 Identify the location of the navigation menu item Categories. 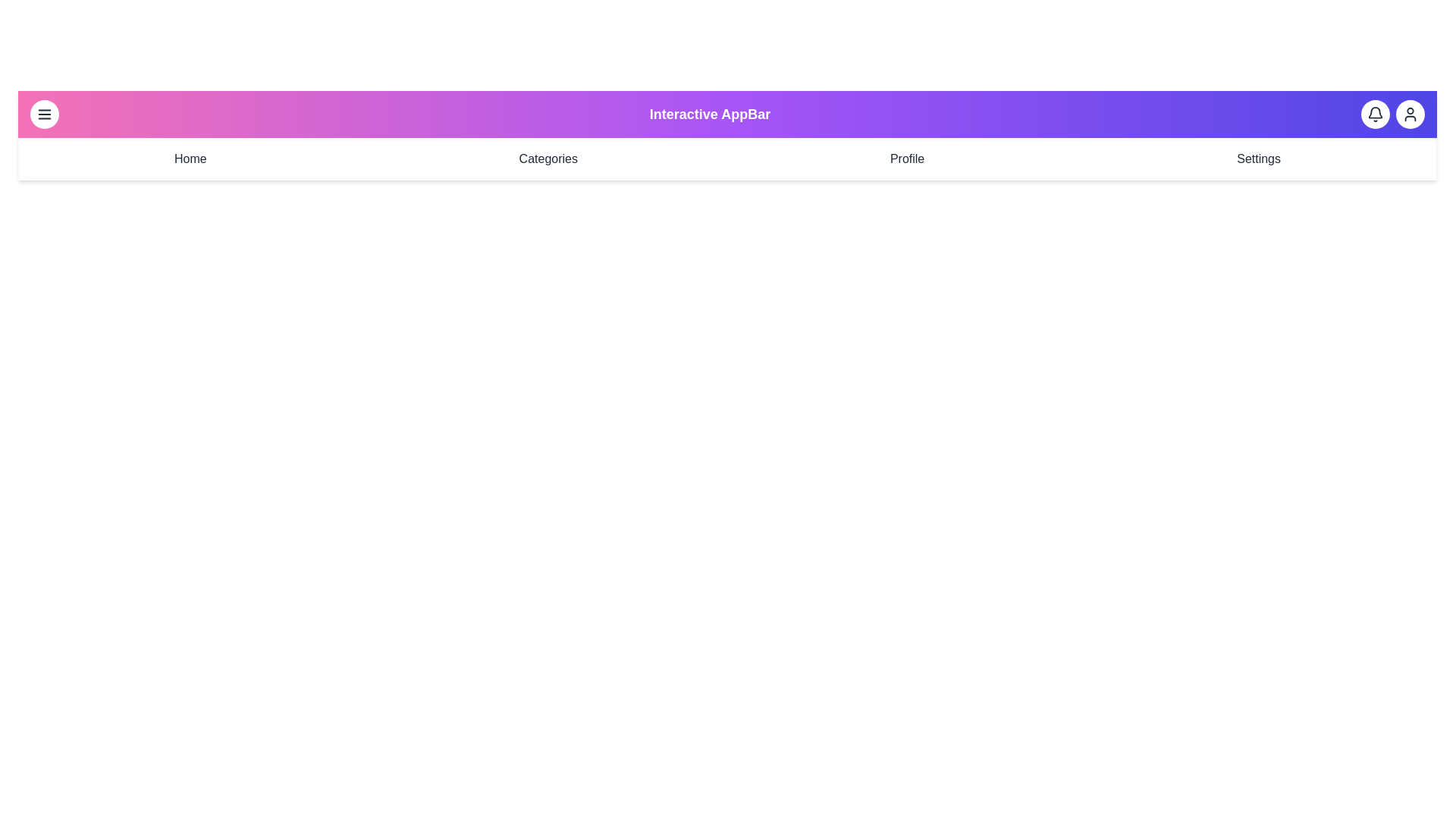
(548, 158).